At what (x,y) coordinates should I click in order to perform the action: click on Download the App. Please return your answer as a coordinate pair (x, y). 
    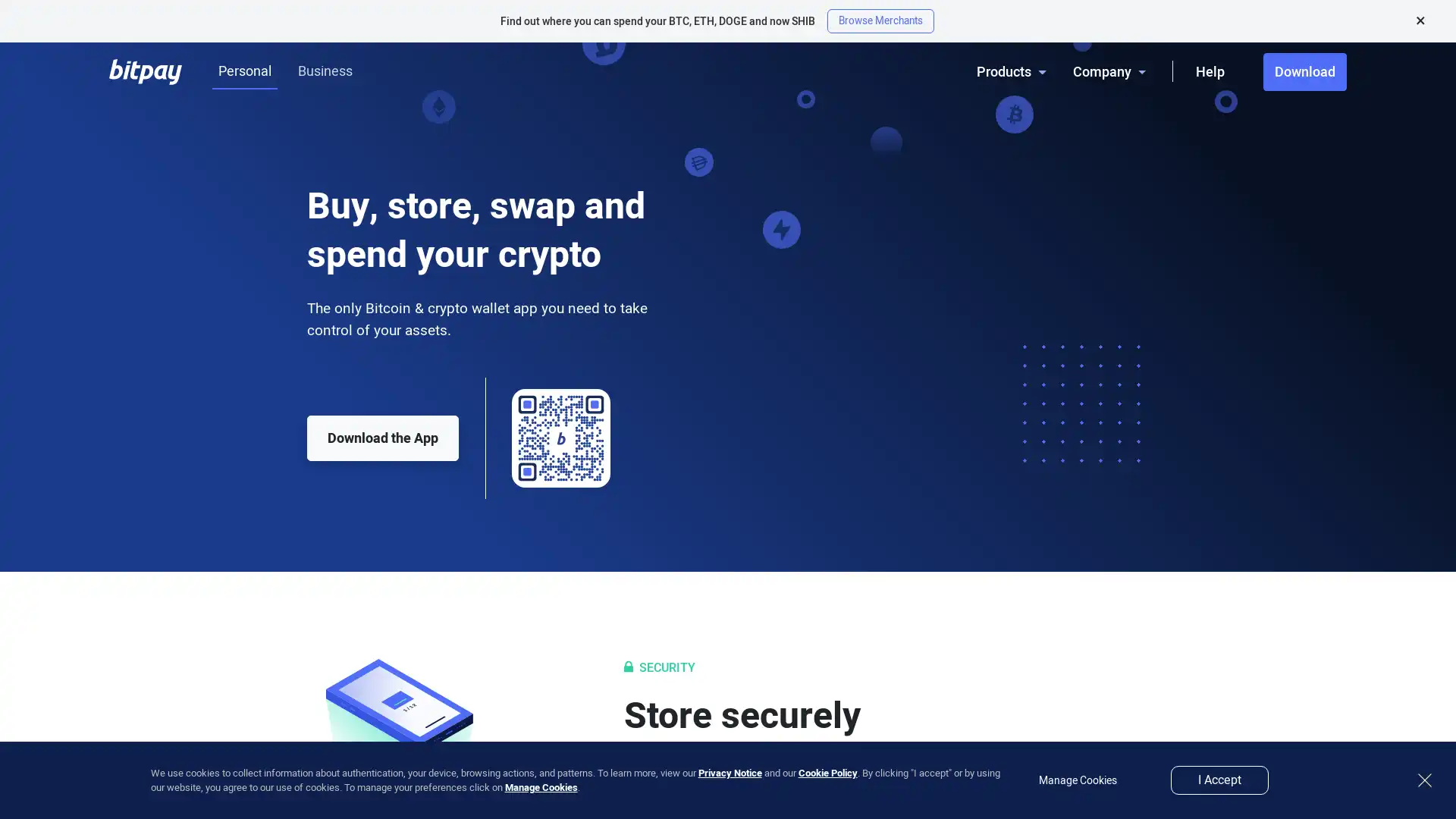
    Looking at the image, I should click on (382, 438).